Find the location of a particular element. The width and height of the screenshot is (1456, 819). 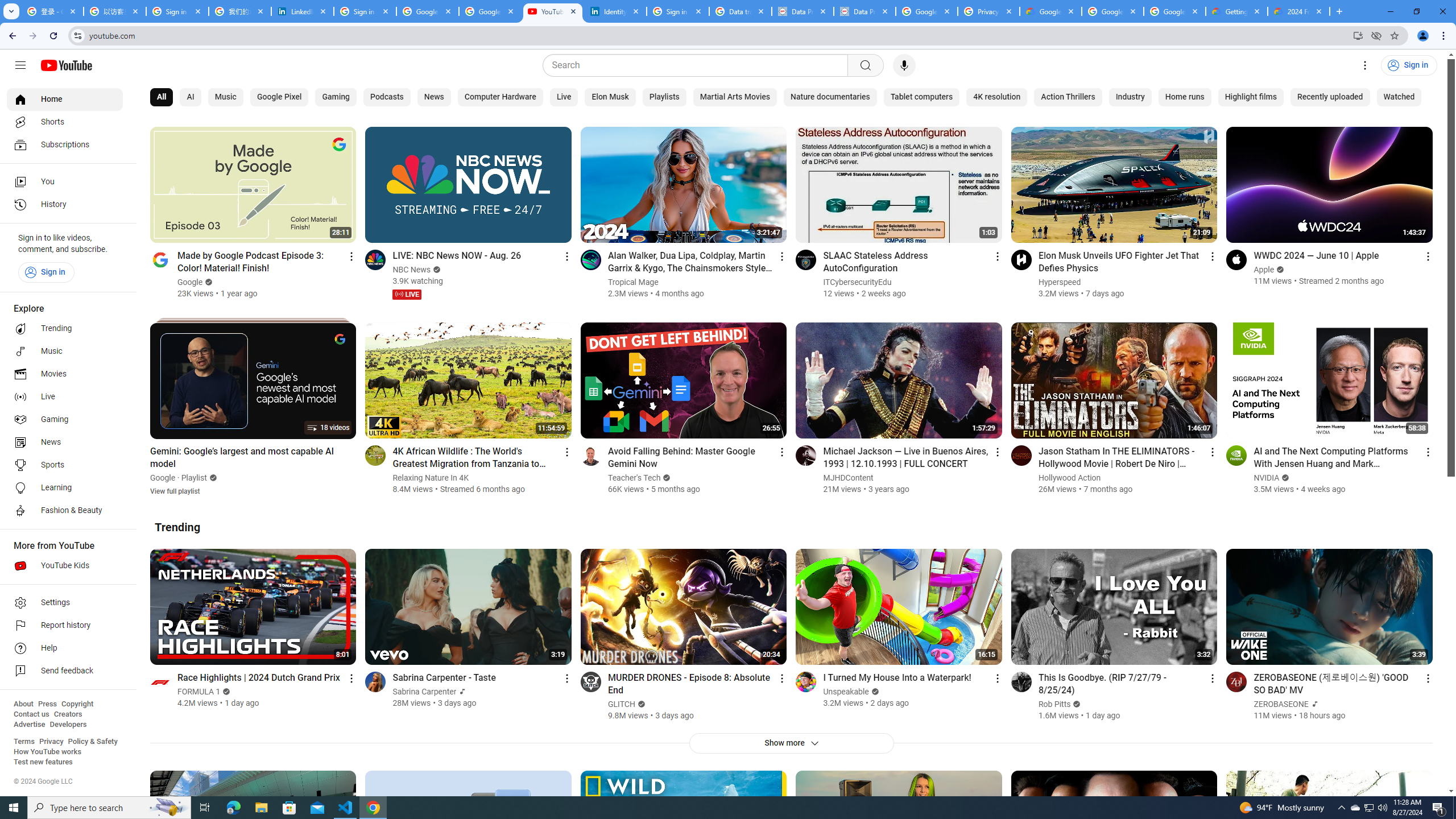

'4K resolution' is located at coordinates (996, 97).